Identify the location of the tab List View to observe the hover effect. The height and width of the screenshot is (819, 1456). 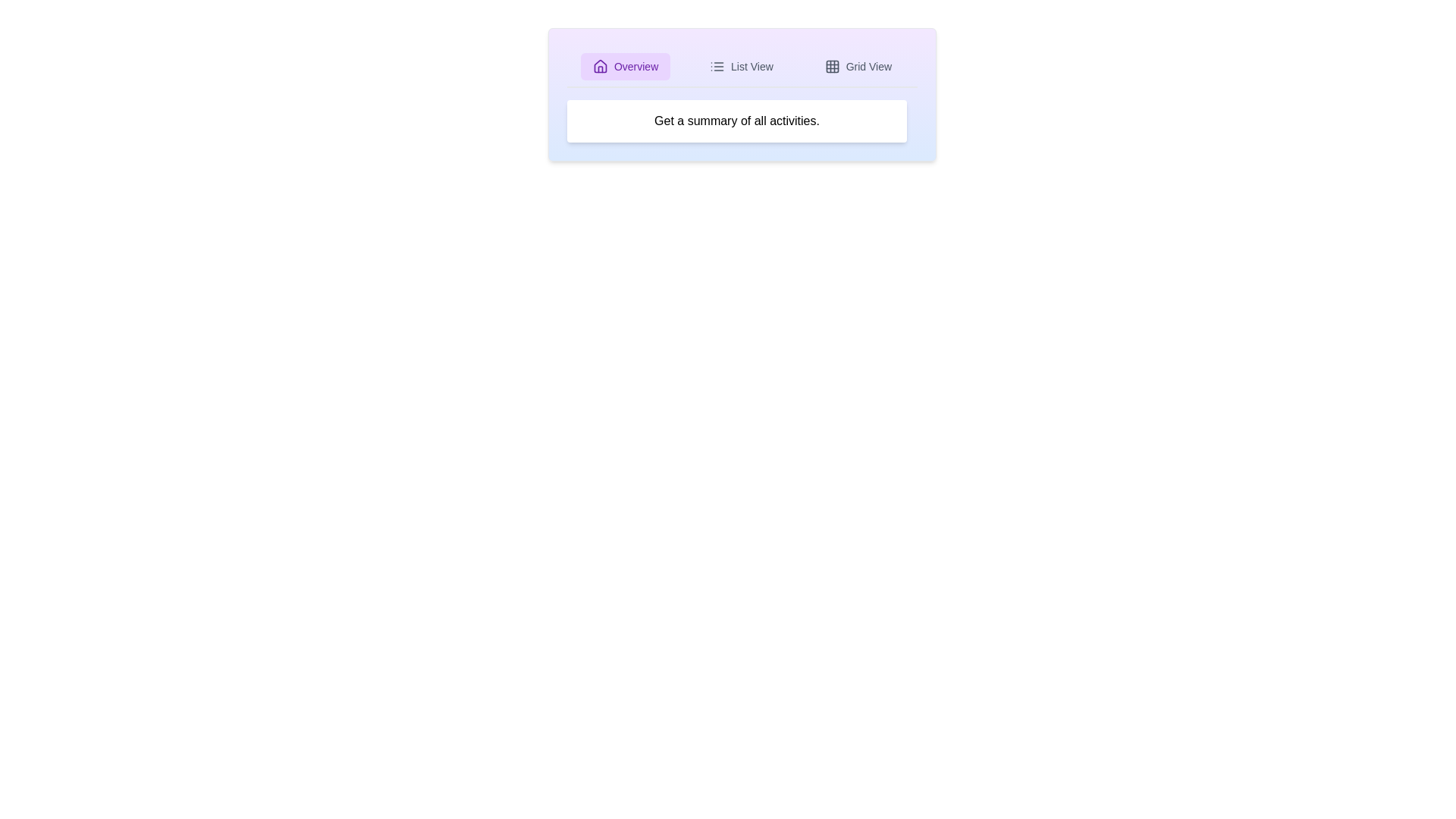
(742, 66).